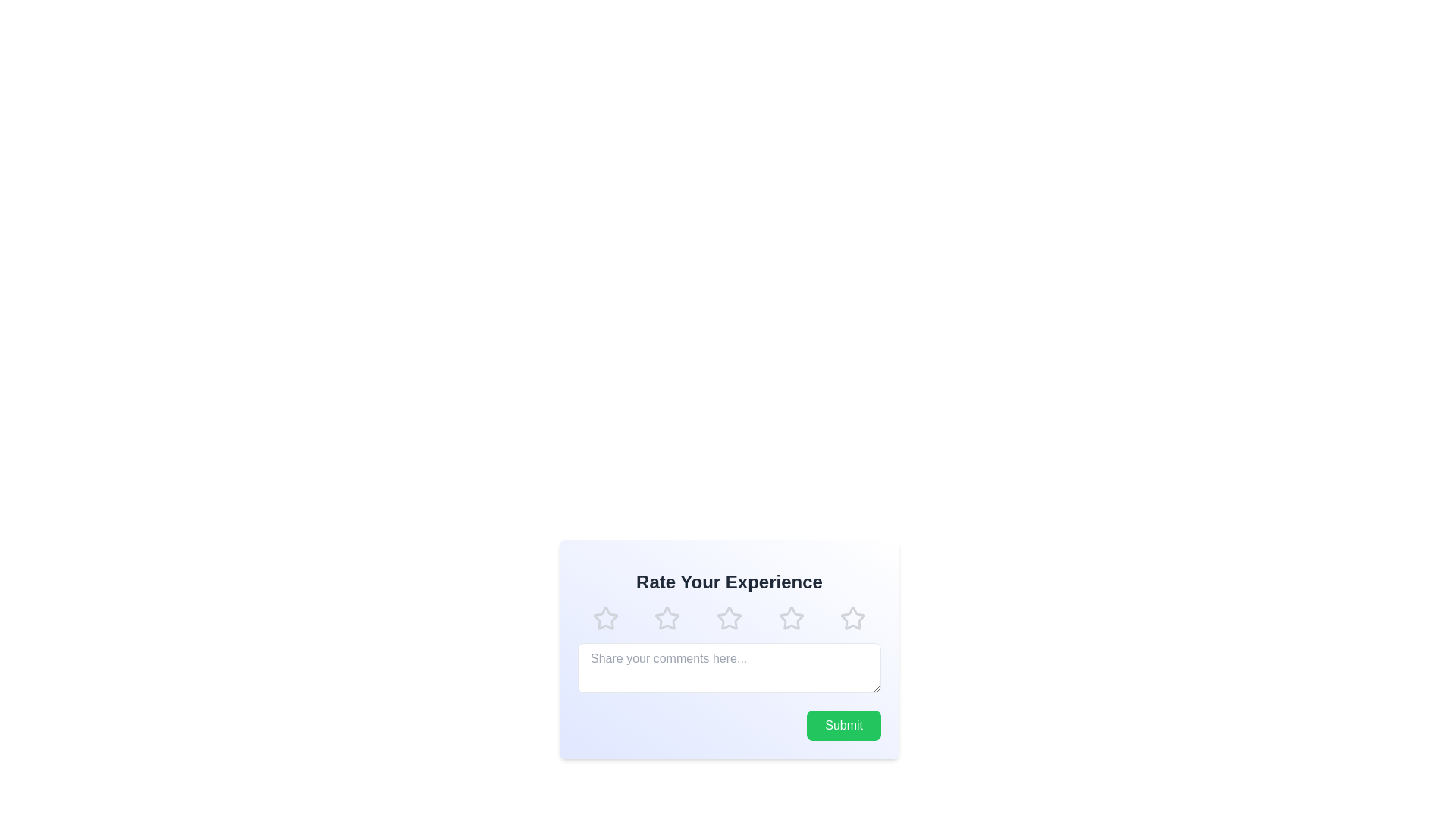 This screenshot has height=819, width=1456. What do you see at coordinates (667, 619) in the screenshot?
I see `the star rating to 2 stars` at bounding box center [667, 619].